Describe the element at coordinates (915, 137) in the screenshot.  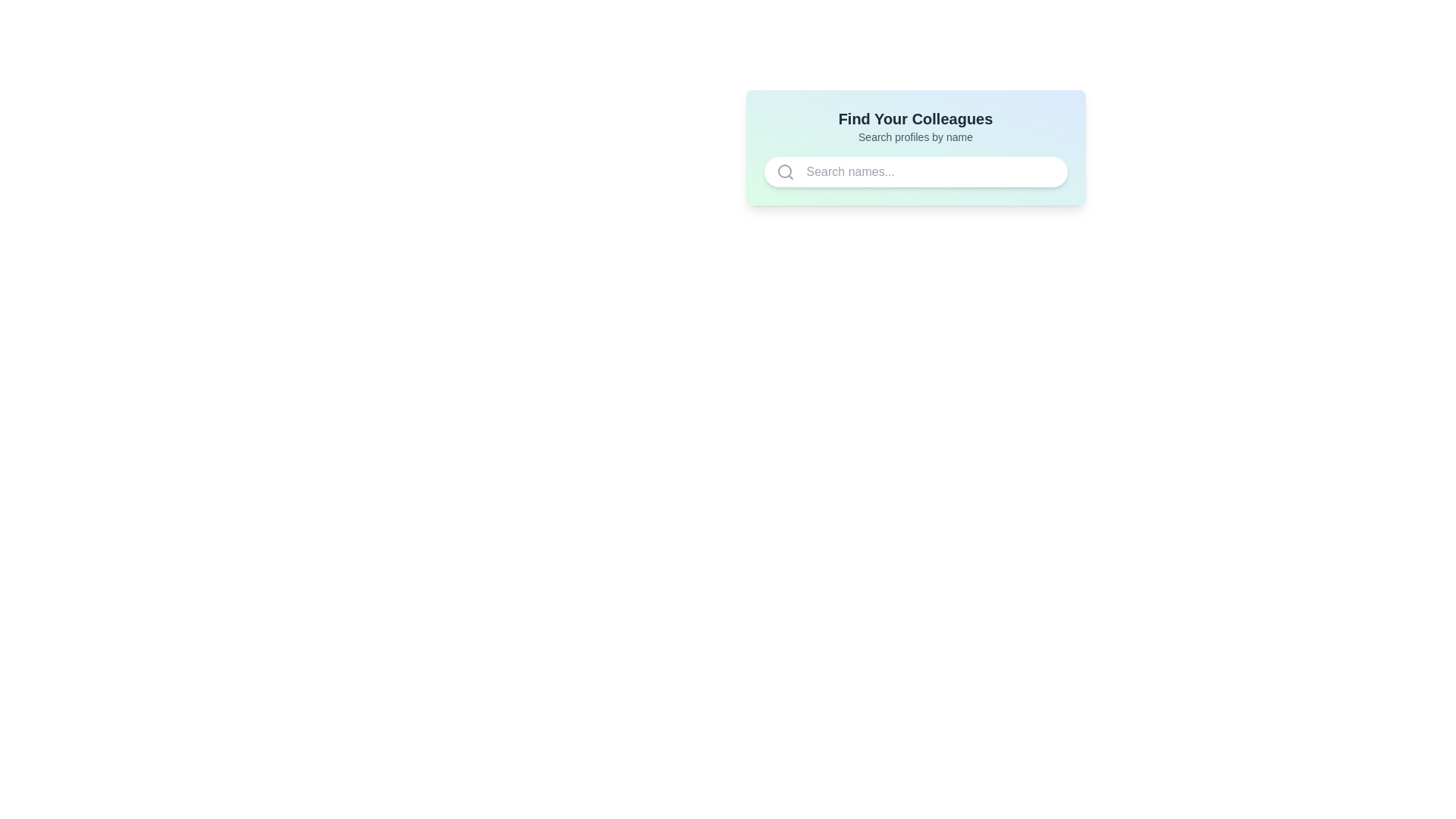
I see `the descriptive text label that instructs the user about the function of the associated search box for entering a name to search profiles, located directly beneath 'Find Your Colleagues.'` at that location.